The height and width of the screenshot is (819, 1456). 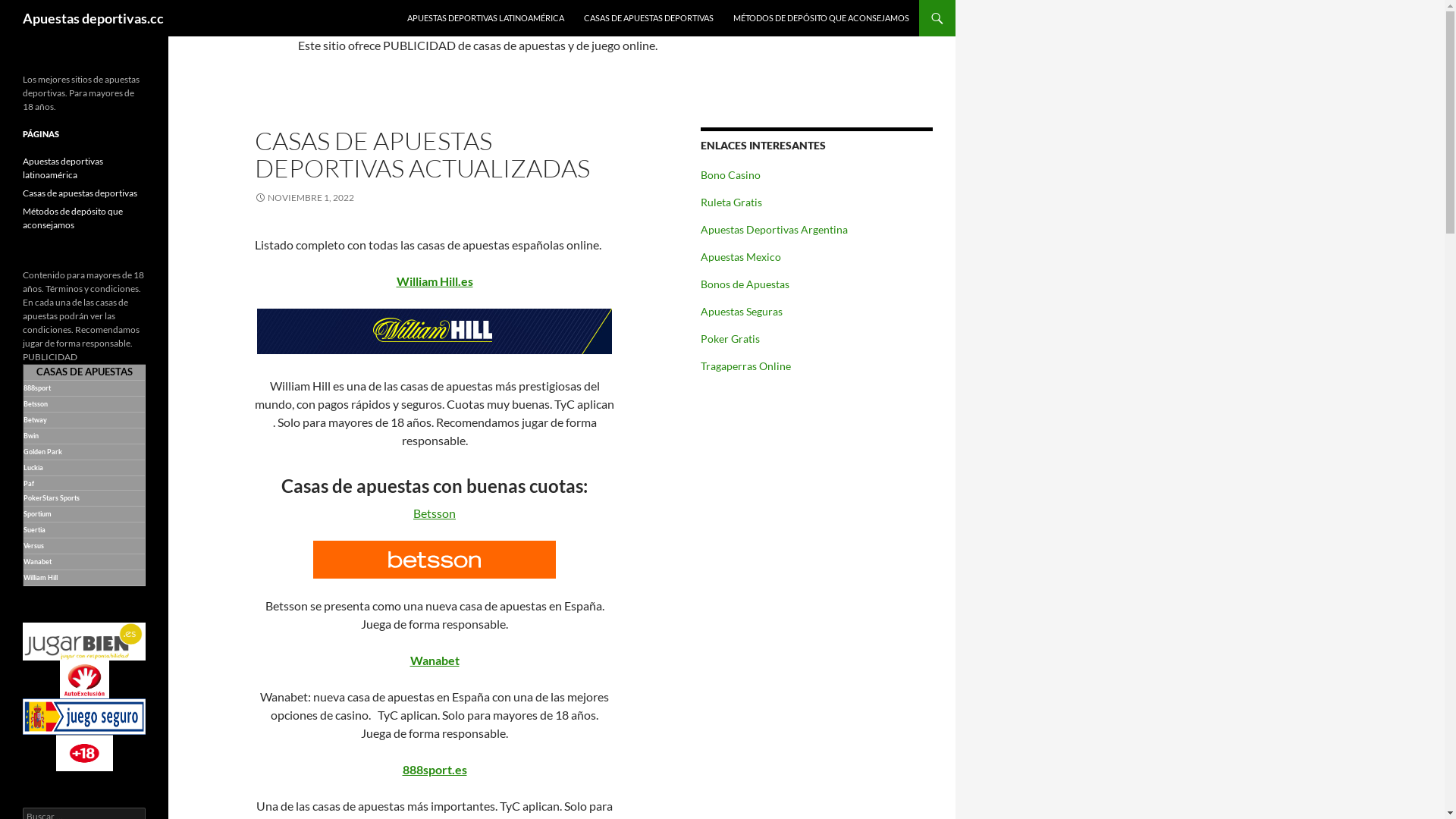 I want to click on 'Sportium', so click(x=23, y=513).